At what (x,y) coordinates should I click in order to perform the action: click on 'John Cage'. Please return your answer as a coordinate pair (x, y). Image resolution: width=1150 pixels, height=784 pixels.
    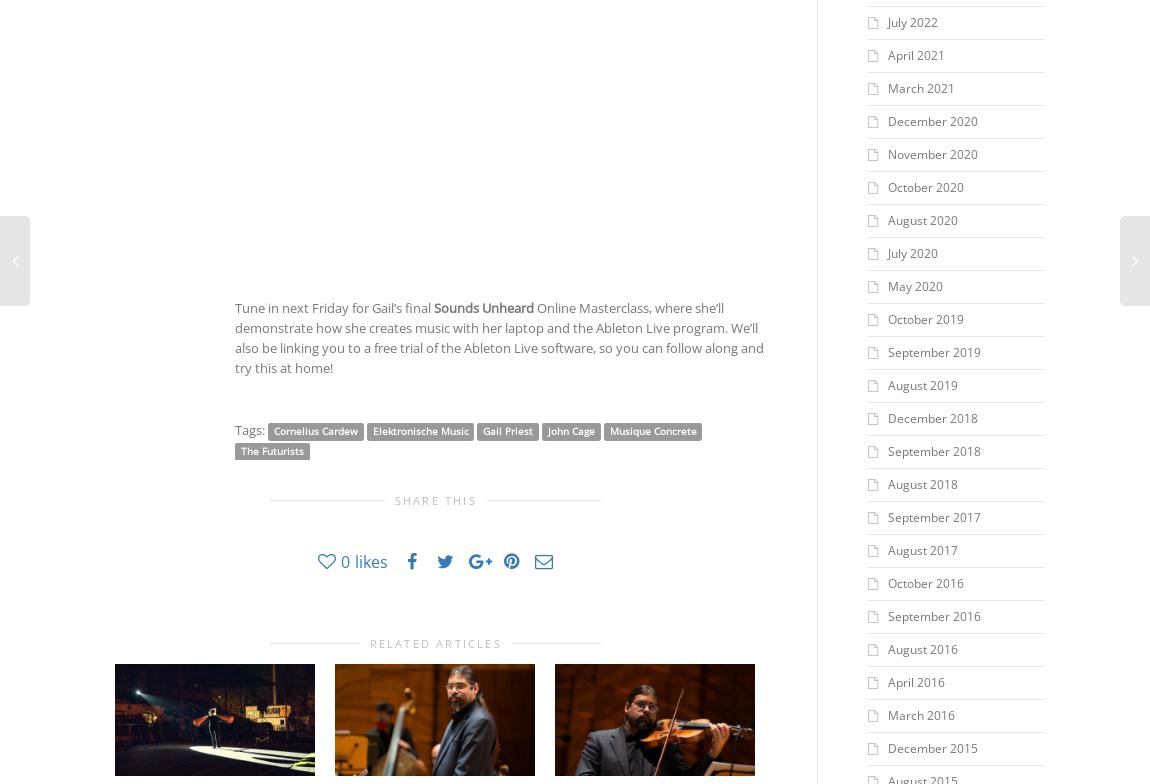
    Looking at the image, I should click on (570, 430).